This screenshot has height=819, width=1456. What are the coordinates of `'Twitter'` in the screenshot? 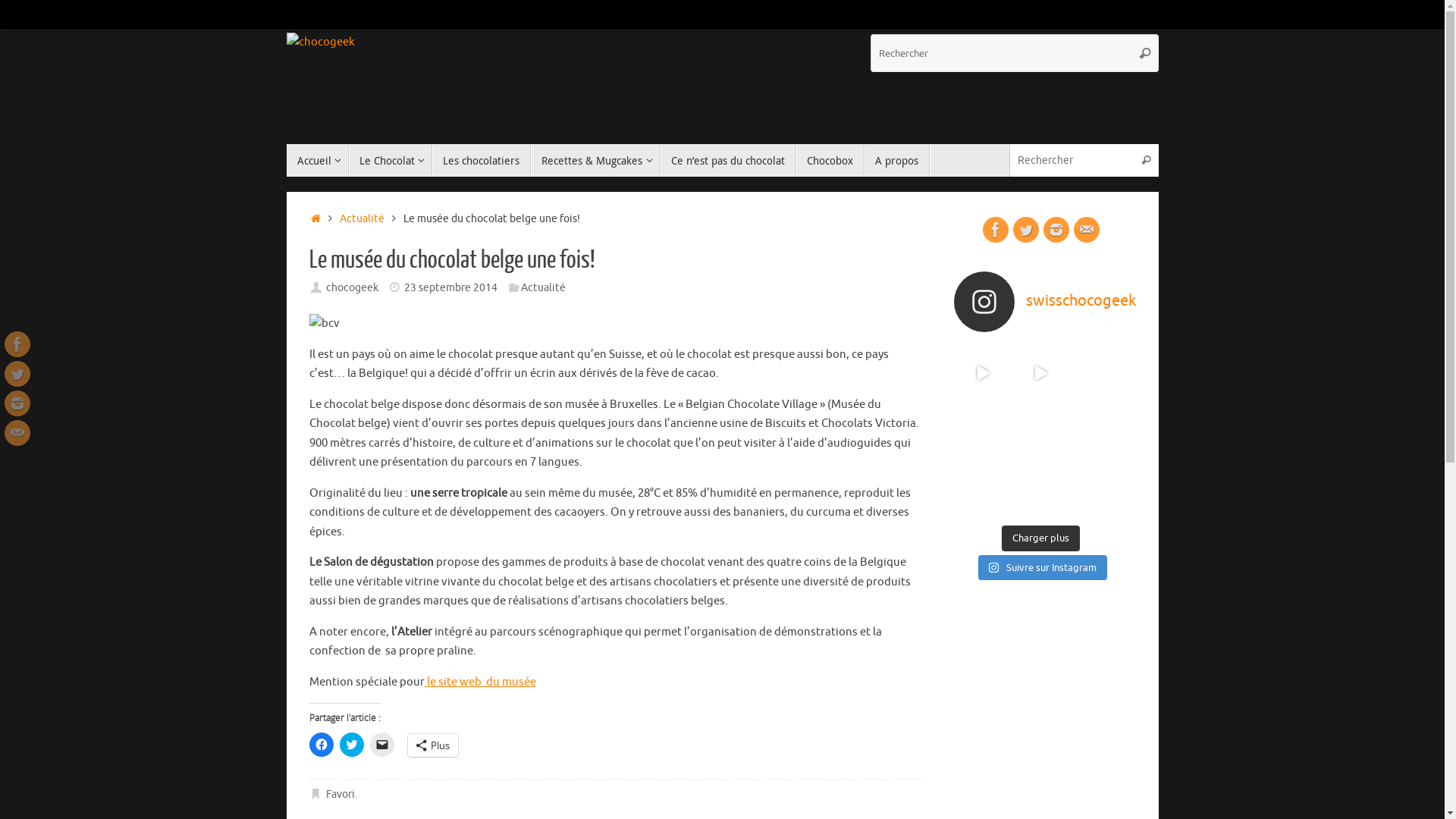 It's located at (1012, 230).